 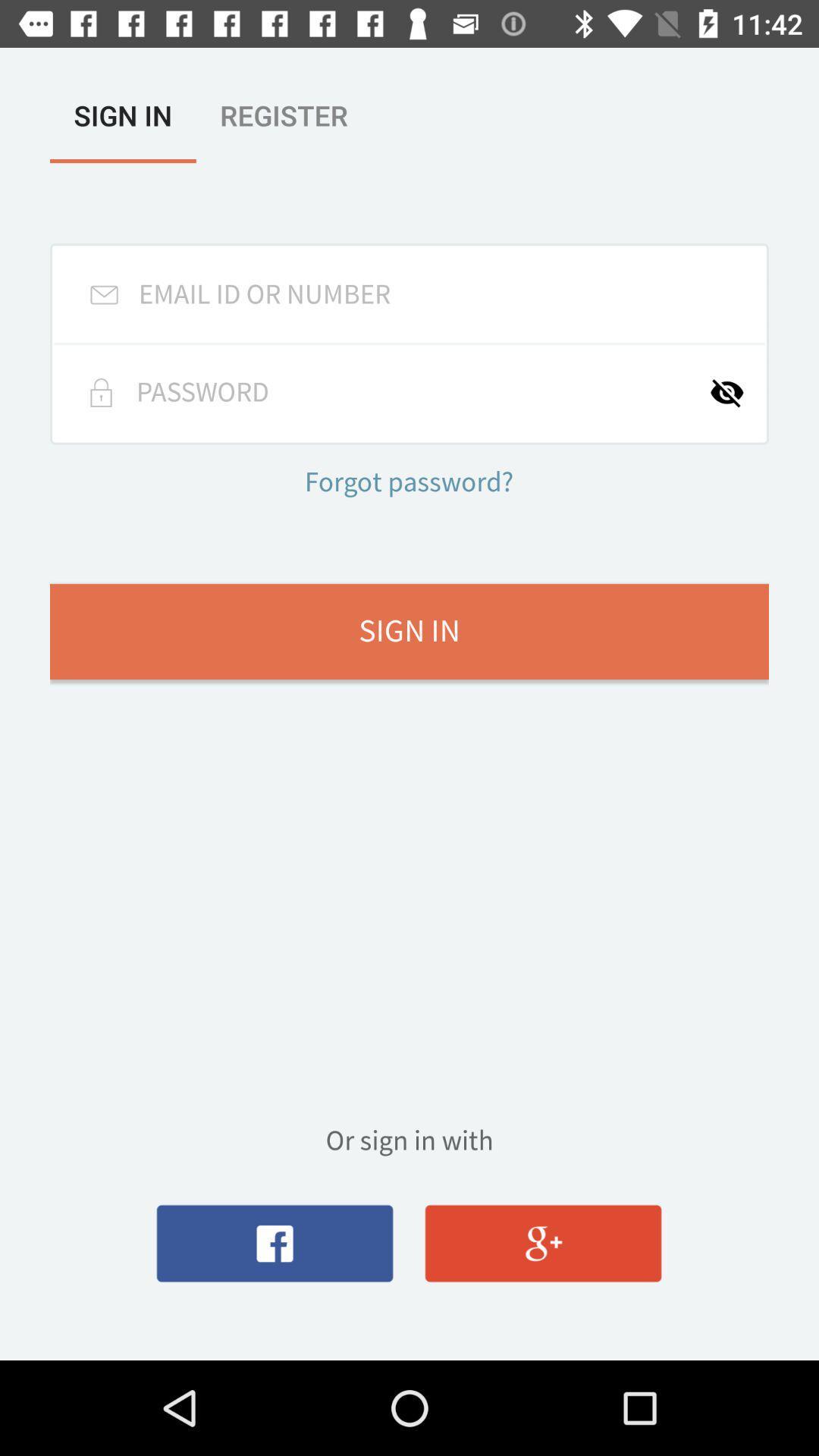 I want to click on icon above sign in icon, so click(x=736, y=392).